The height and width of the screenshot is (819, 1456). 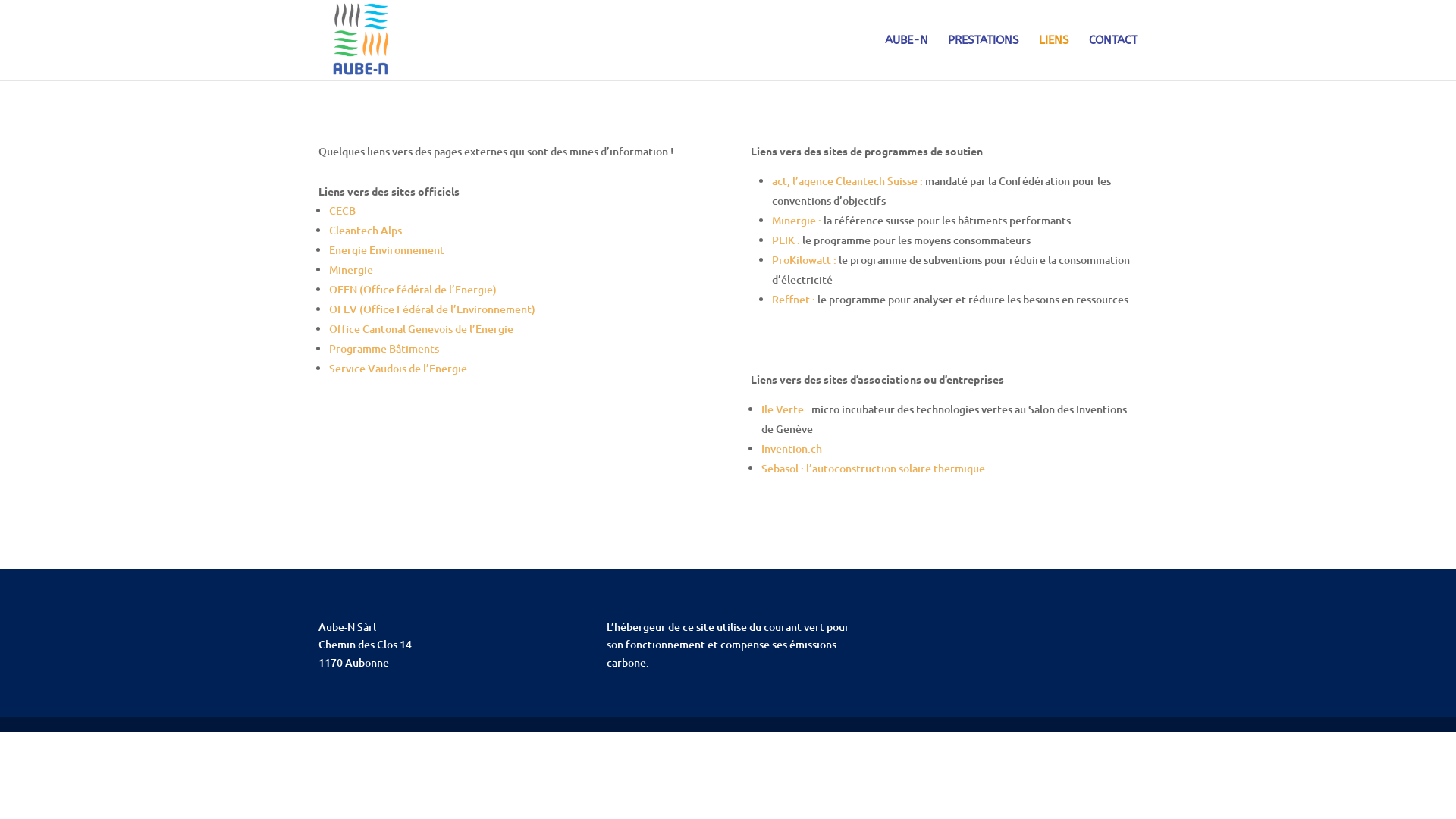 I want to click on 'CONTACT', so click(x=1113, y=57).